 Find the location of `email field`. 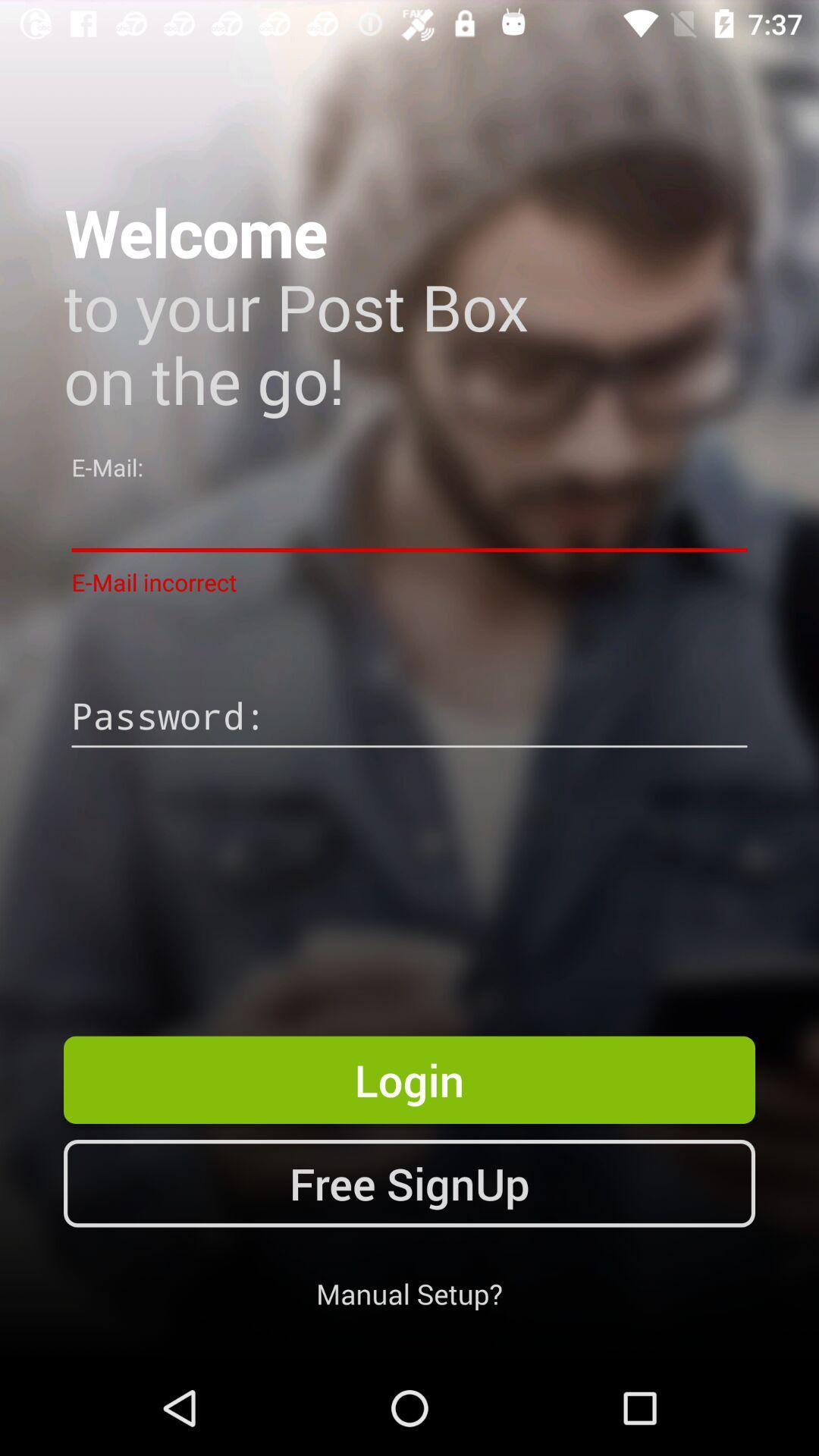

email field is located at coordinates (409, 520).